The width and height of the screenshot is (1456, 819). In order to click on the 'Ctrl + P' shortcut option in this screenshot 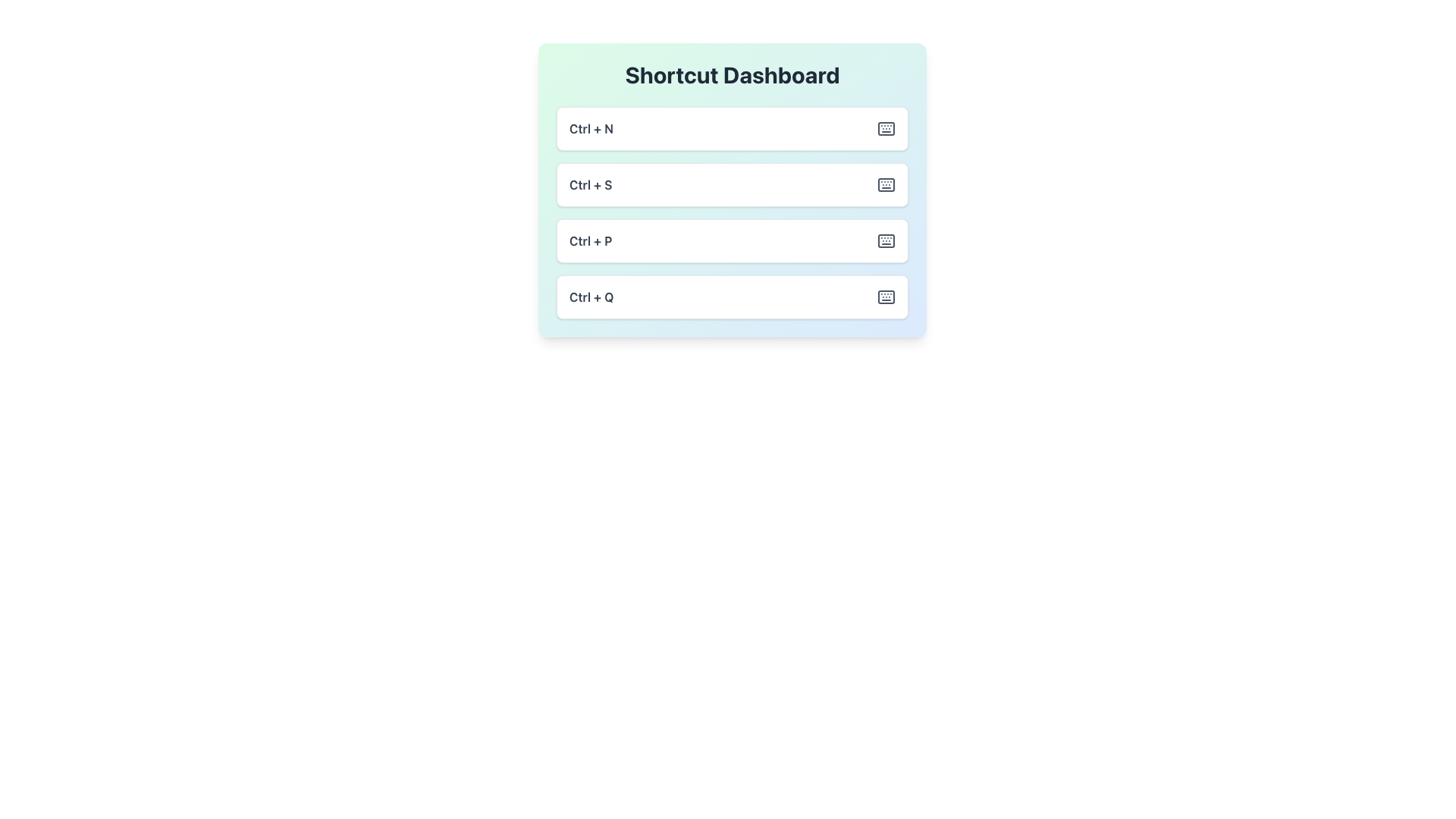, I will do `click(732, 240)`.